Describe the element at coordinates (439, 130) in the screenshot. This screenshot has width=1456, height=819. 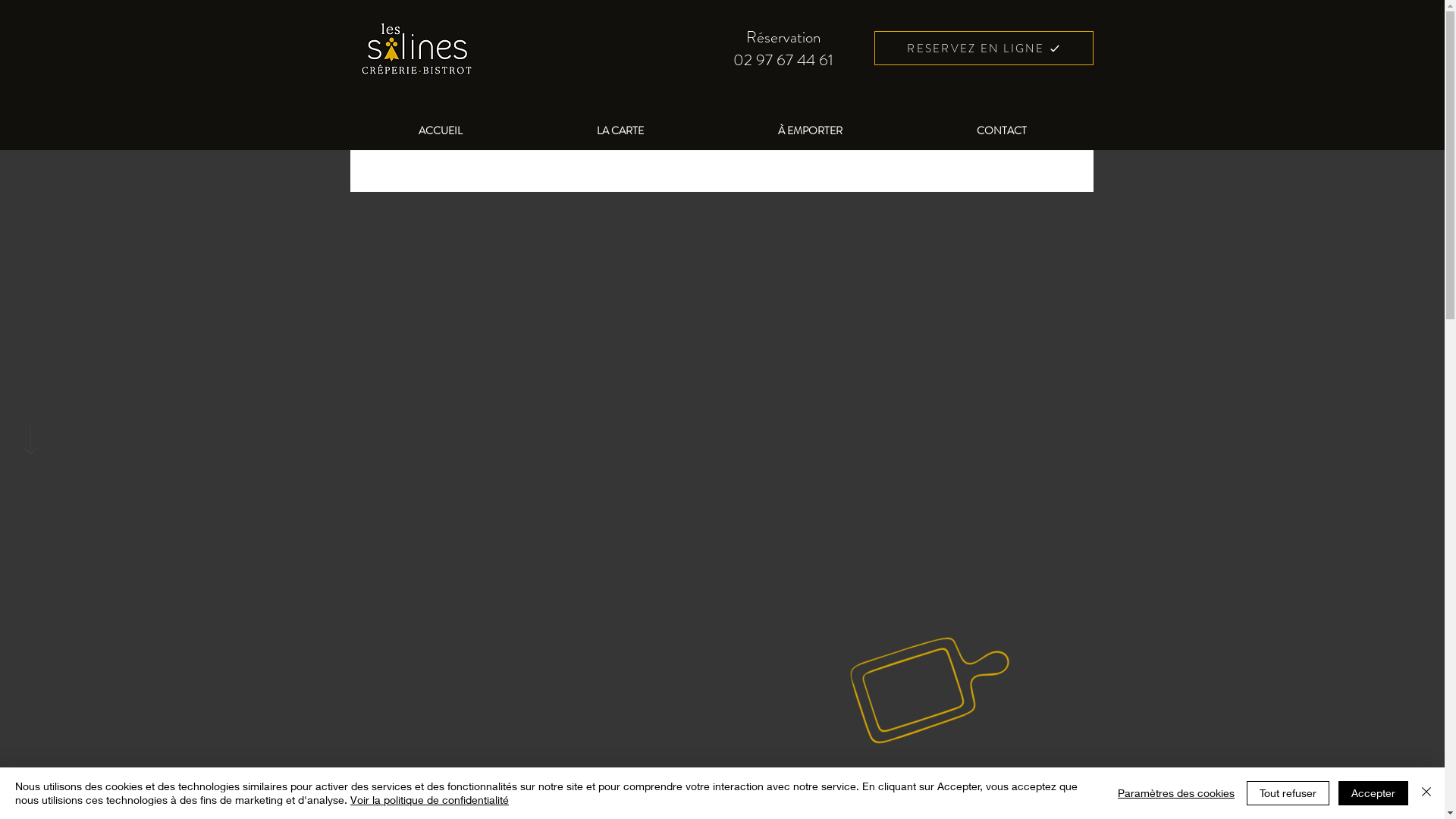
I see `'ACCUEIL'` at that location.